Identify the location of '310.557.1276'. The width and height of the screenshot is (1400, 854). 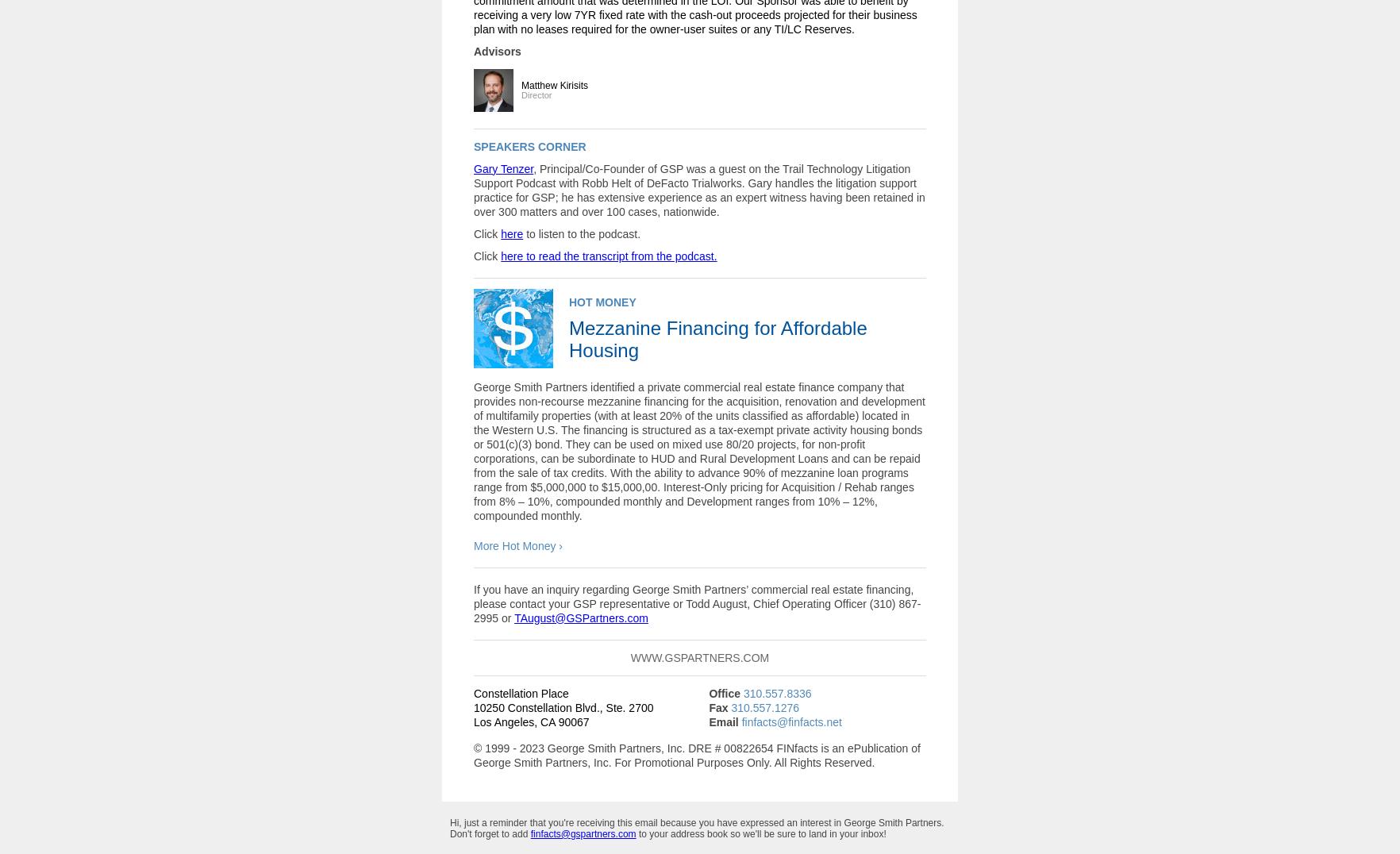
(765, 707).